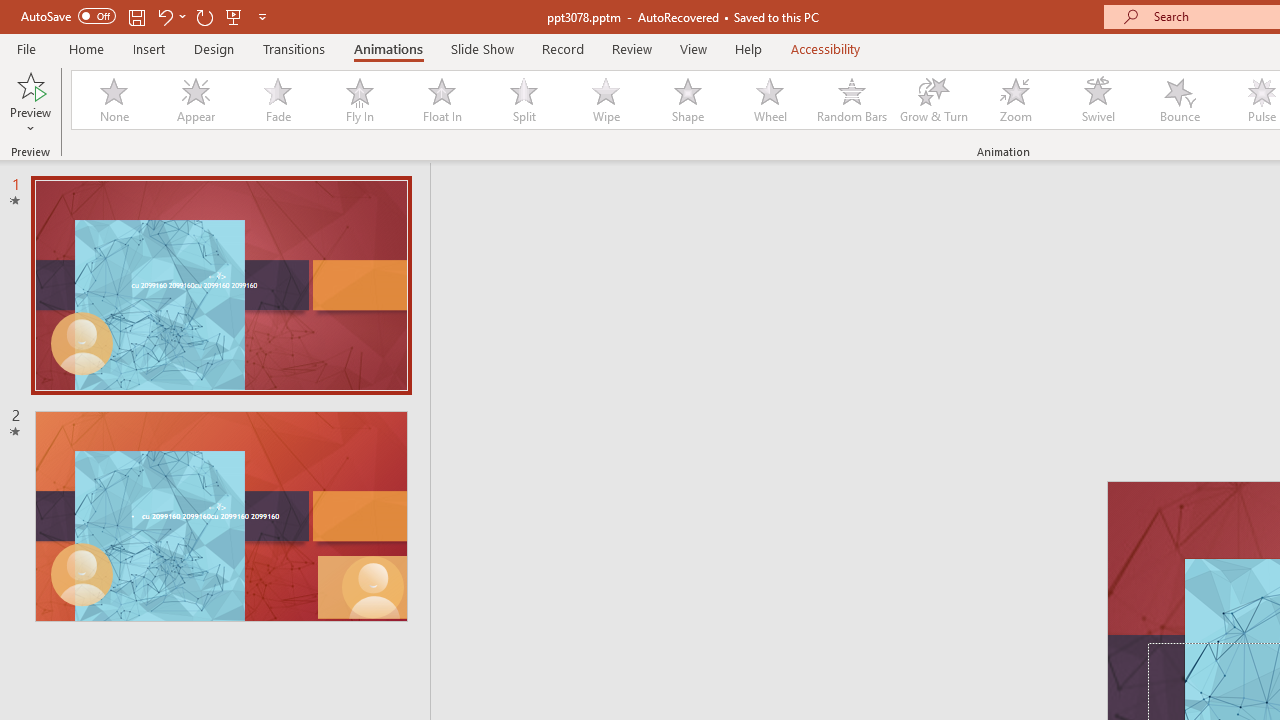 Image resolution: width=1280 pixels, height=720 pixels. I want to click on 'Wheel', so click(769, 100).